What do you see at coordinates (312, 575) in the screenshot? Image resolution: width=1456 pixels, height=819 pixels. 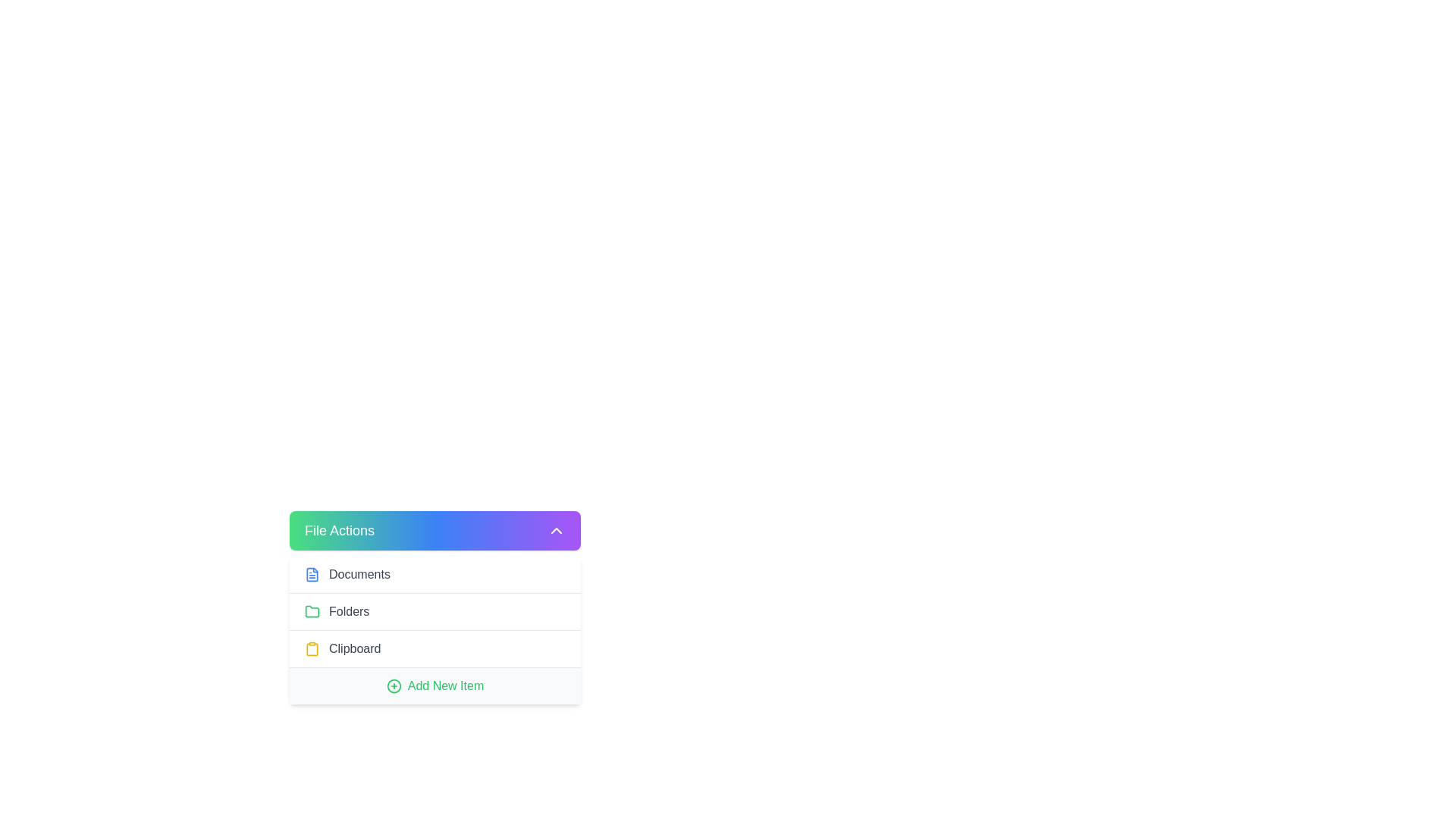 I see `the blue-colored document icon located to the left of the 'Documents' text in the 'File Actions' dropdown menu` at bounding box center [312, 575].